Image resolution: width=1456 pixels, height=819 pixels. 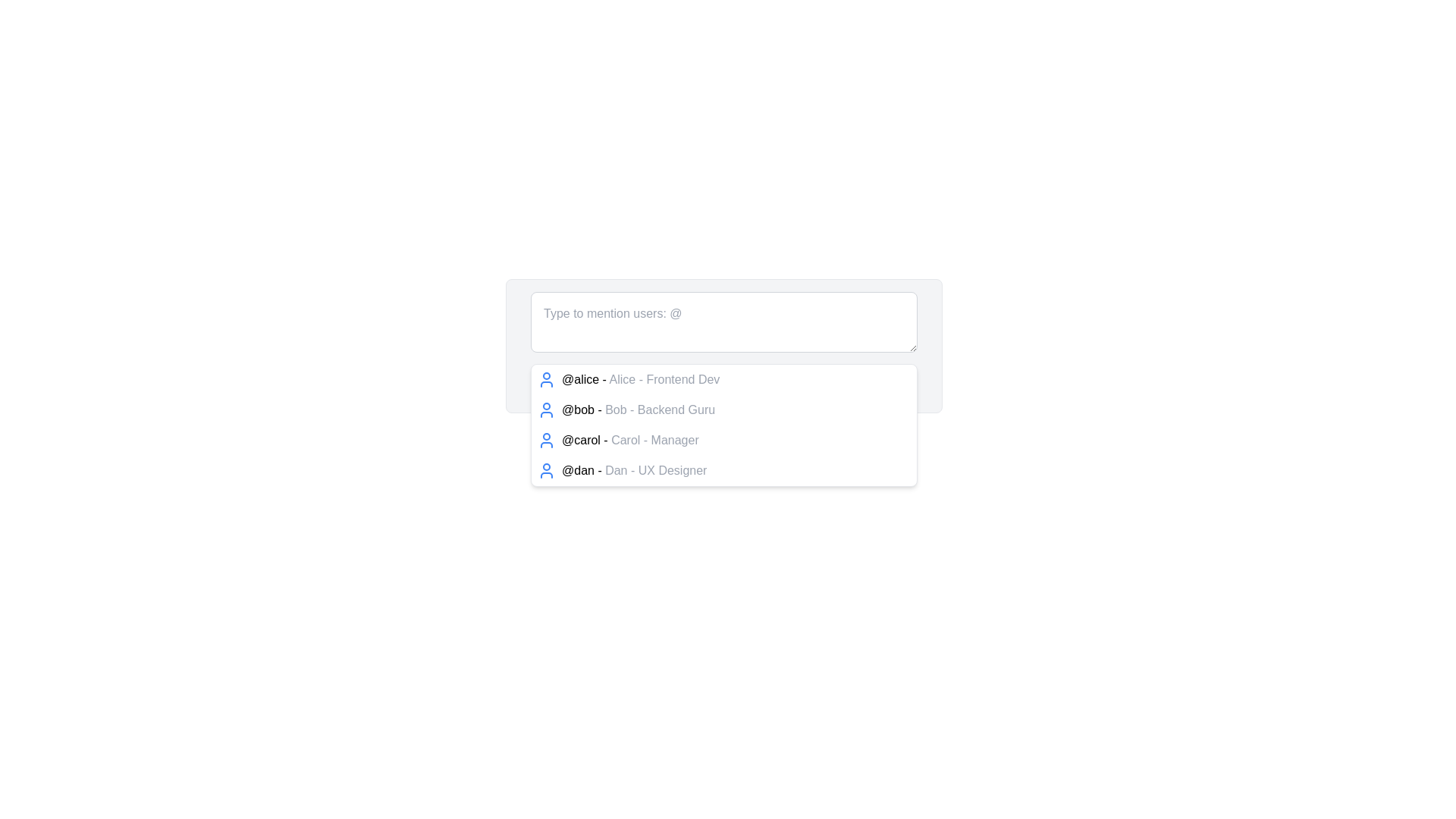 What do you see at coordinates (664, 378) in the screenshot?
I see `text content of the dropdown list item displaying 'Alice - Frontend Dev' located below the input field for mentioning users` at bounding box center [664, 378].